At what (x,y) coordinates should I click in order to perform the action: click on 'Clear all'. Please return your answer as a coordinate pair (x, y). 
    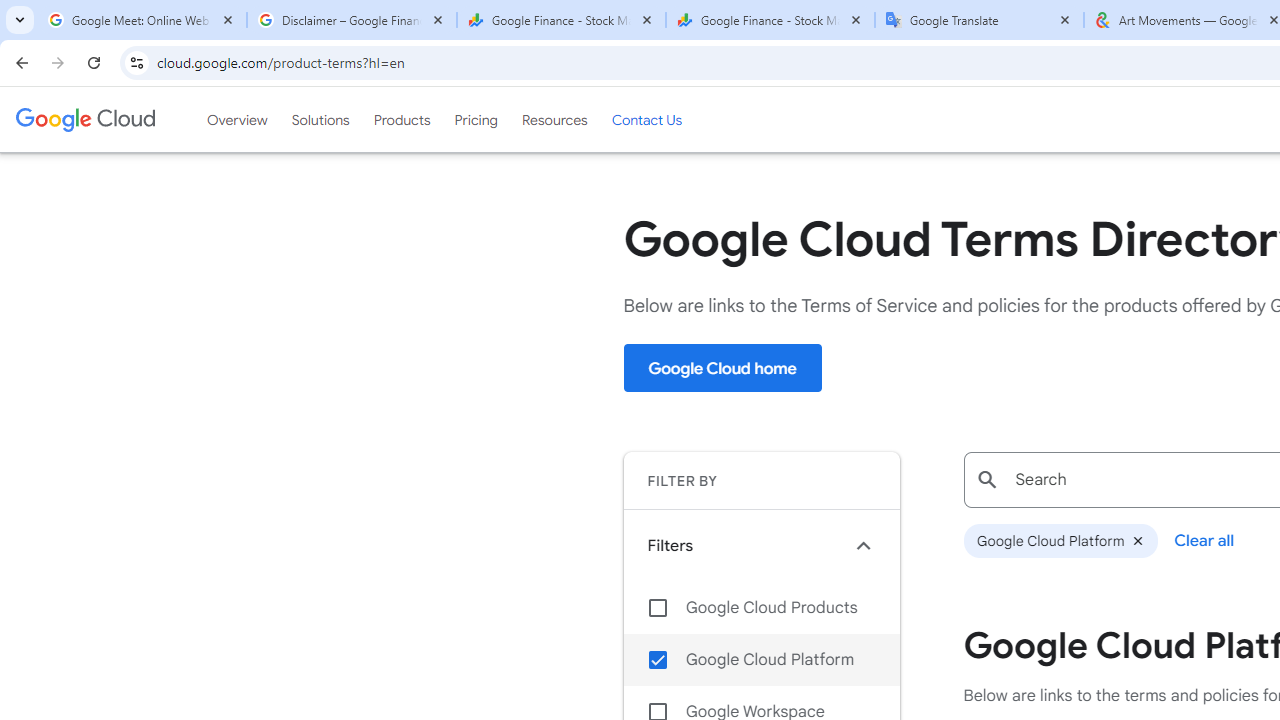
    Looking at the image, I should click on (1203, 540).